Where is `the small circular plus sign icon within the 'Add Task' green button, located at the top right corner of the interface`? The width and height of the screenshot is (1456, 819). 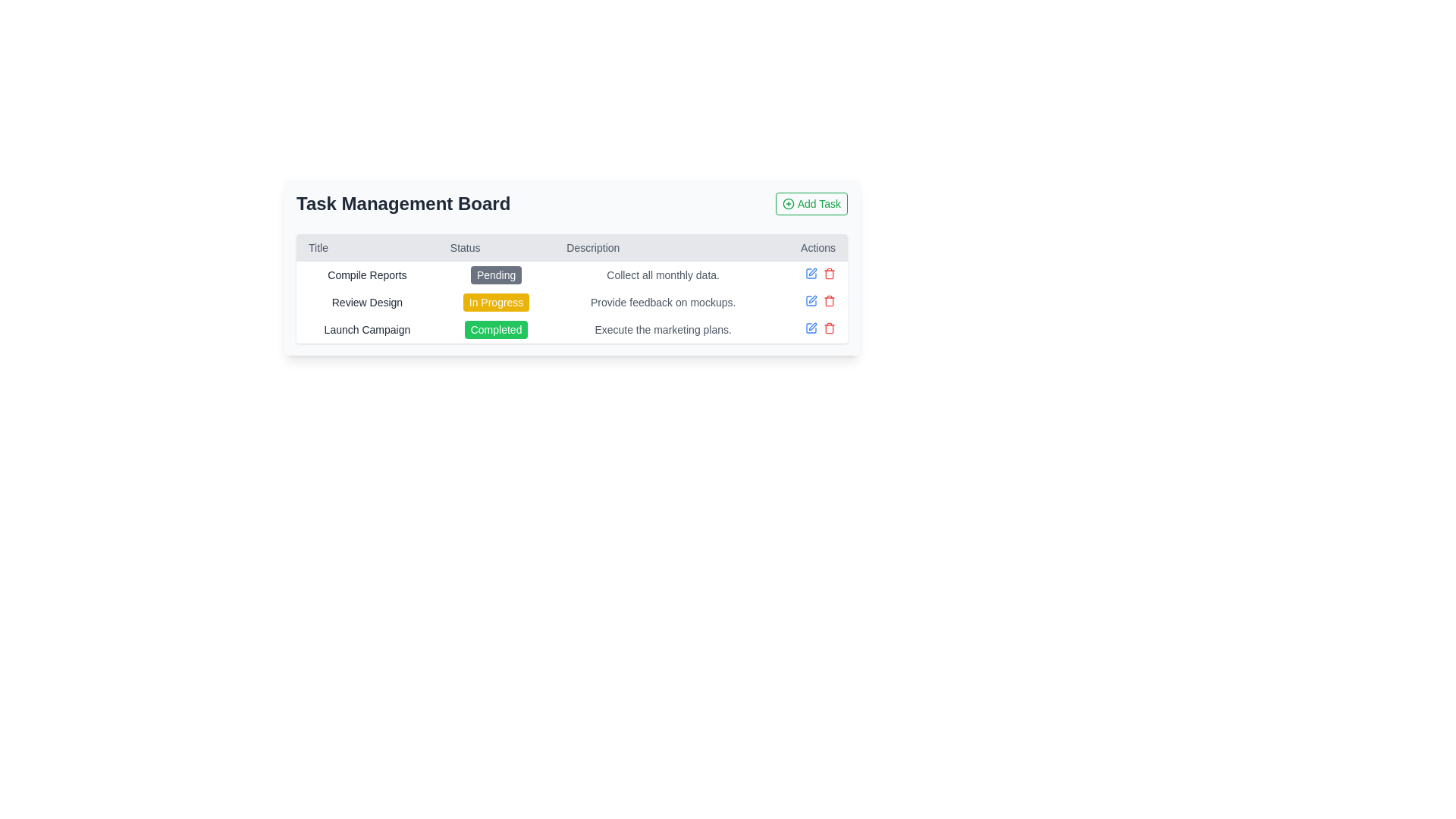
the small circular plus sign icon within the 'Add Task' green button, located at the top right corner of the interface is located at coordinates (788, 203).